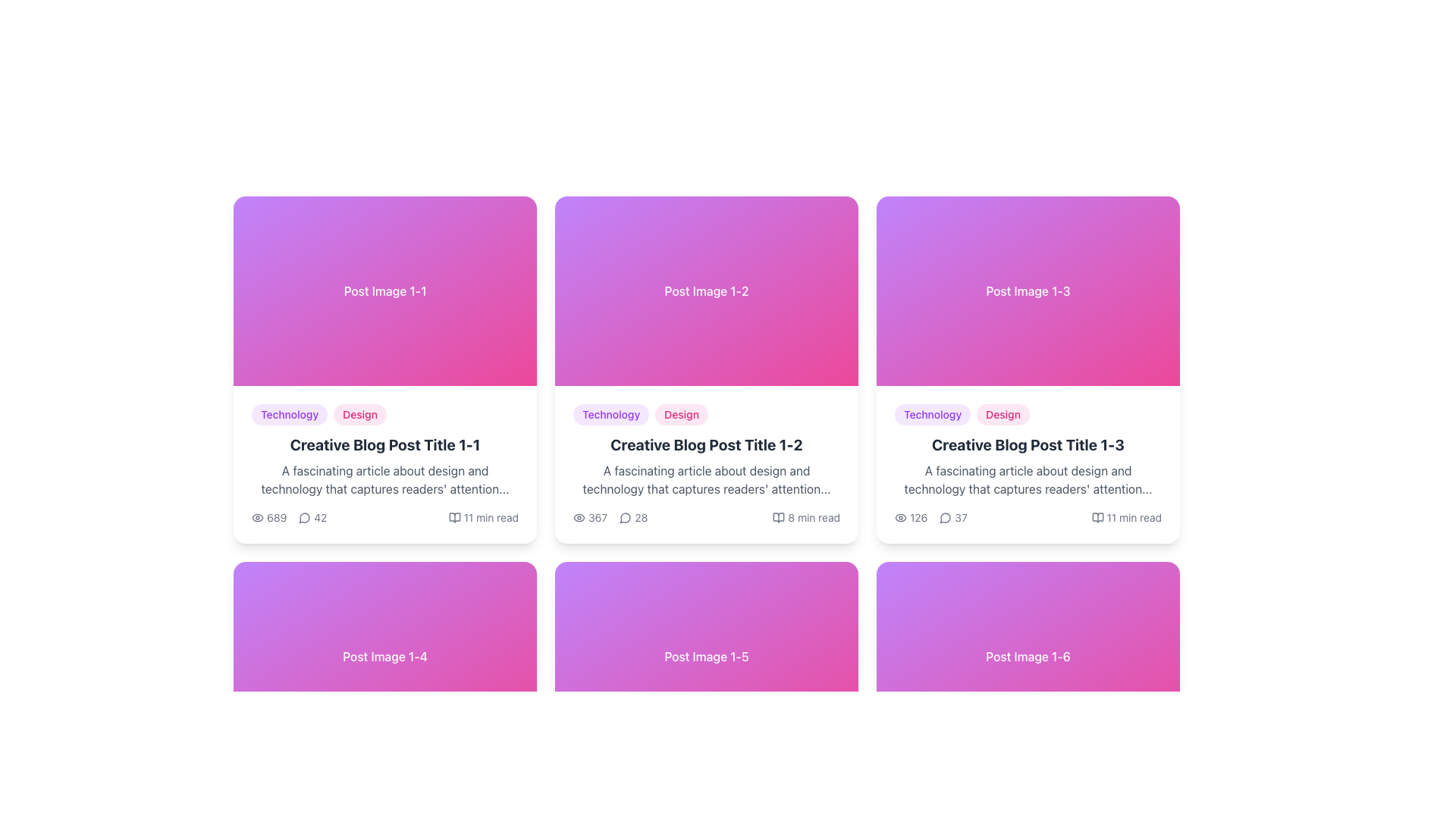  Describe the element at coordinates (1028, 444) in the screenshot. I see `the static text element displaying 'Creative Blog Post Title 1-3' which is styled prominently in dark gray and changes to purple on hover` at that location.